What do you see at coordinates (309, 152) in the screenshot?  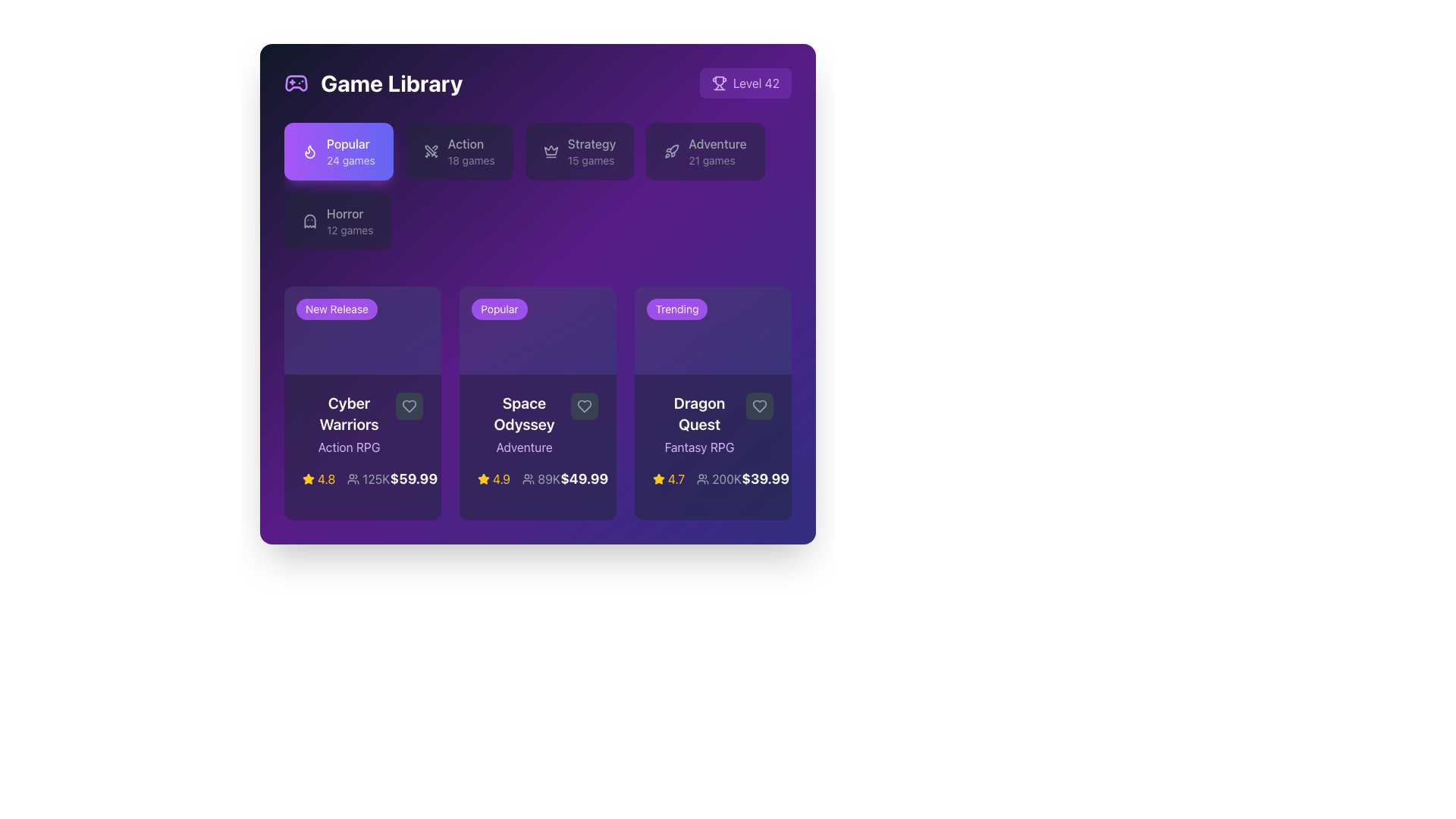 I see `the flame-shaped icon in the left-side navigation bar, located adjacent to the 'Popular' tab and slightly above the listed game categories` at bounding box center [309, 152].